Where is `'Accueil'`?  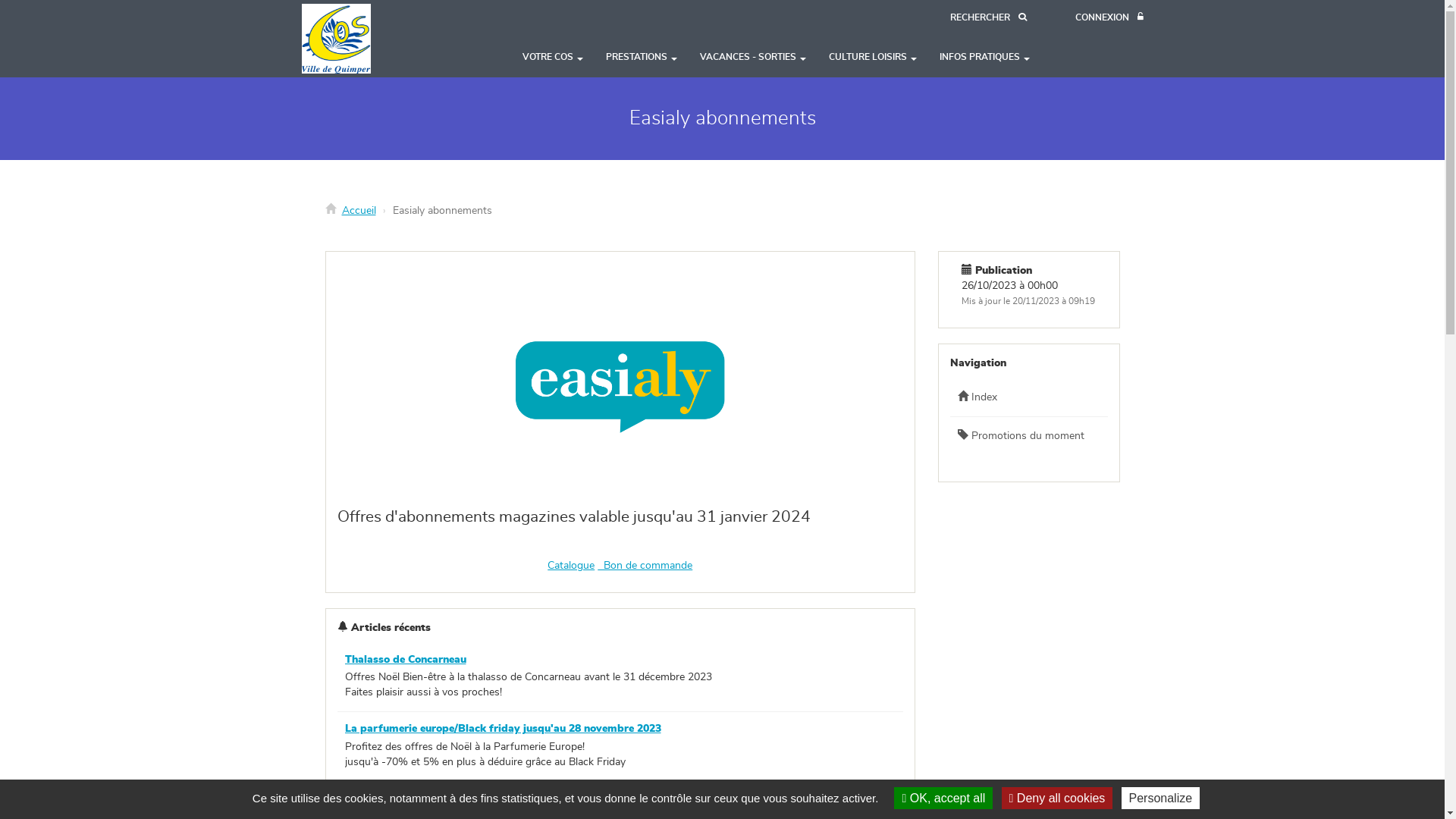 'Accueil' is located at coordinates (362, 37).